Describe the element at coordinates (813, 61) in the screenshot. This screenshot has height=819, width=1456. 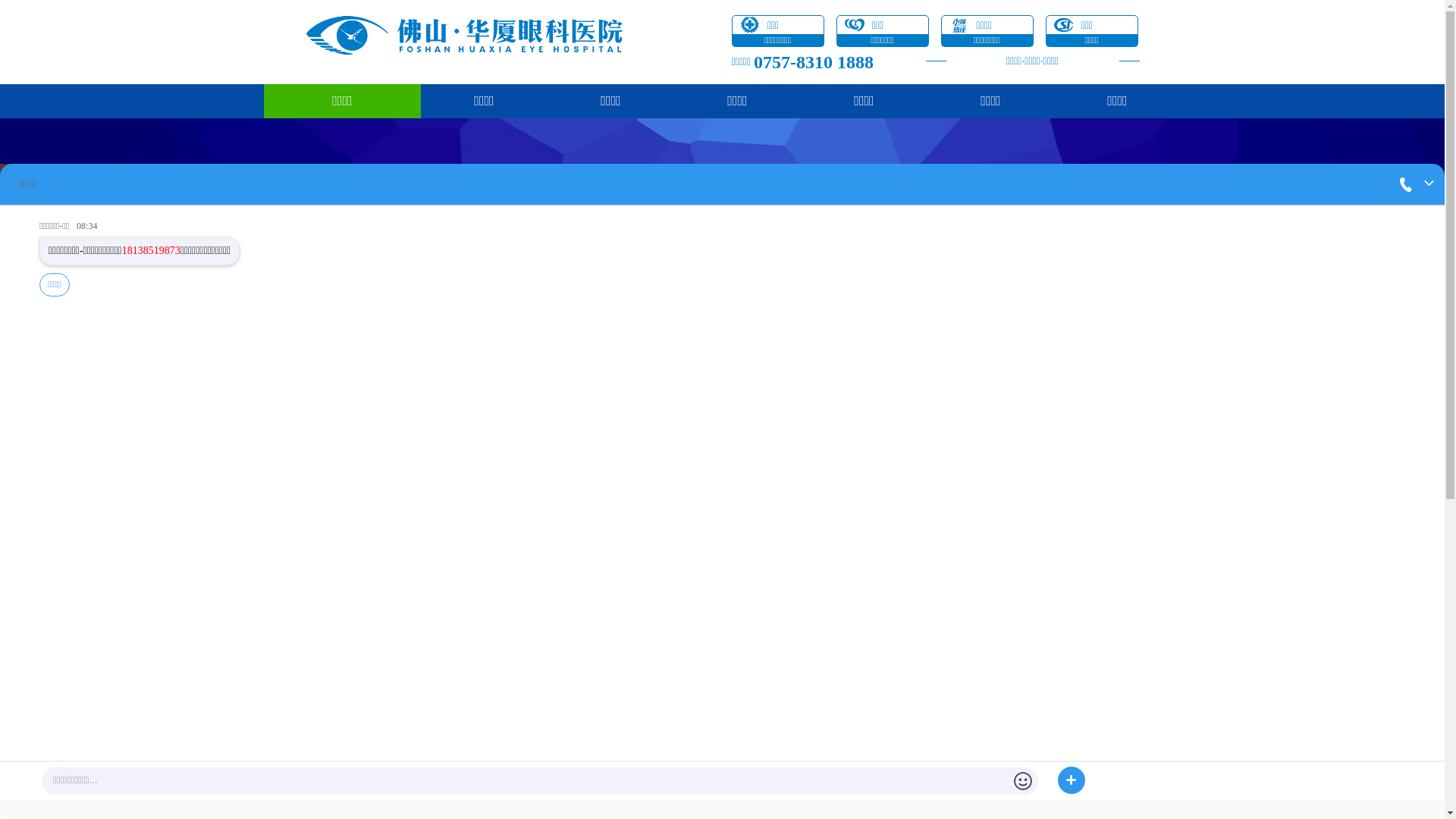
I see `'0757-8310 1888'` at that location.